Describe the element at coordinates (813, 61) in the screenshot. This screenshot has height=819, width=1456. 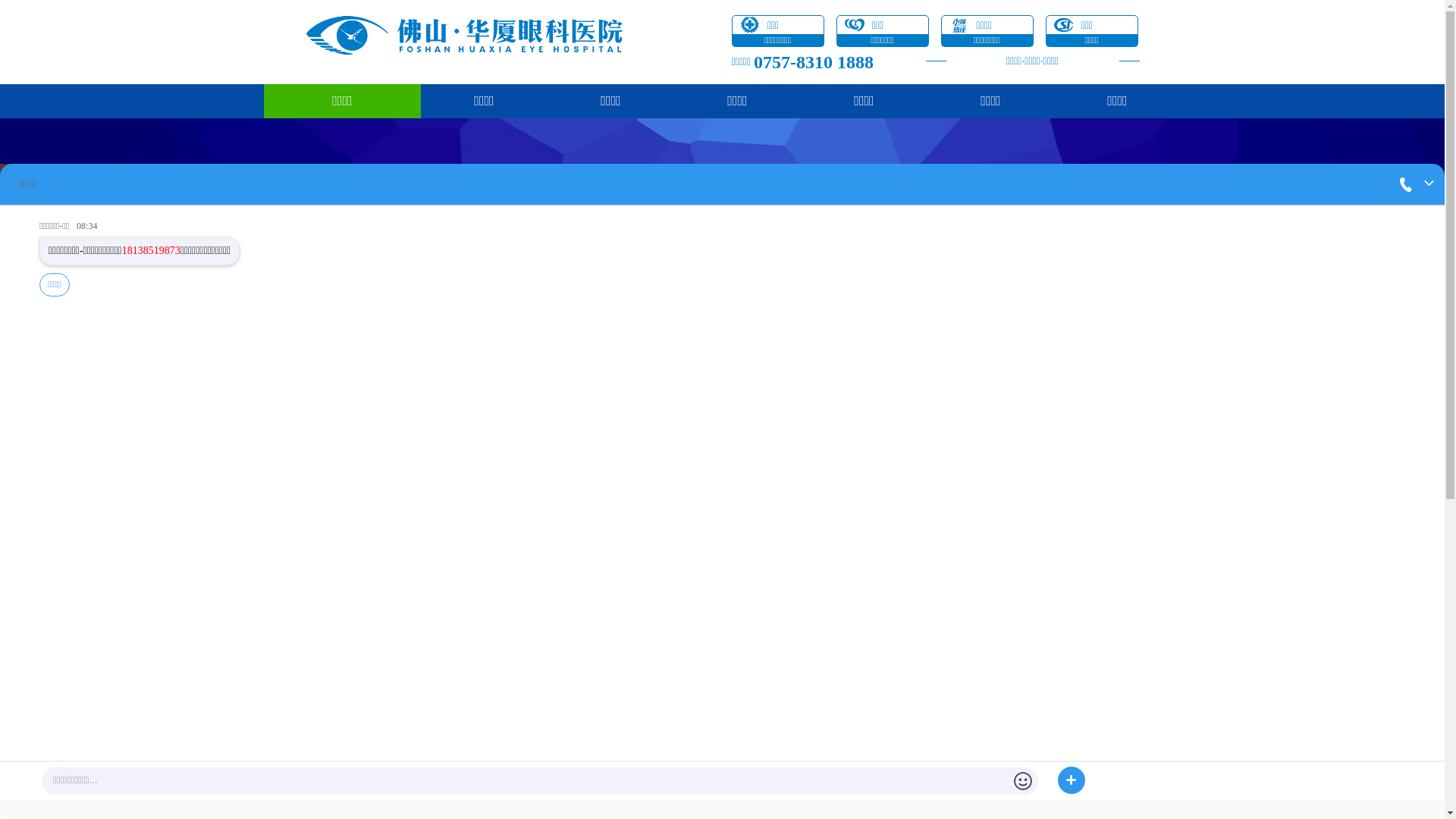
I see `'0757-8310 1888'` at that location.